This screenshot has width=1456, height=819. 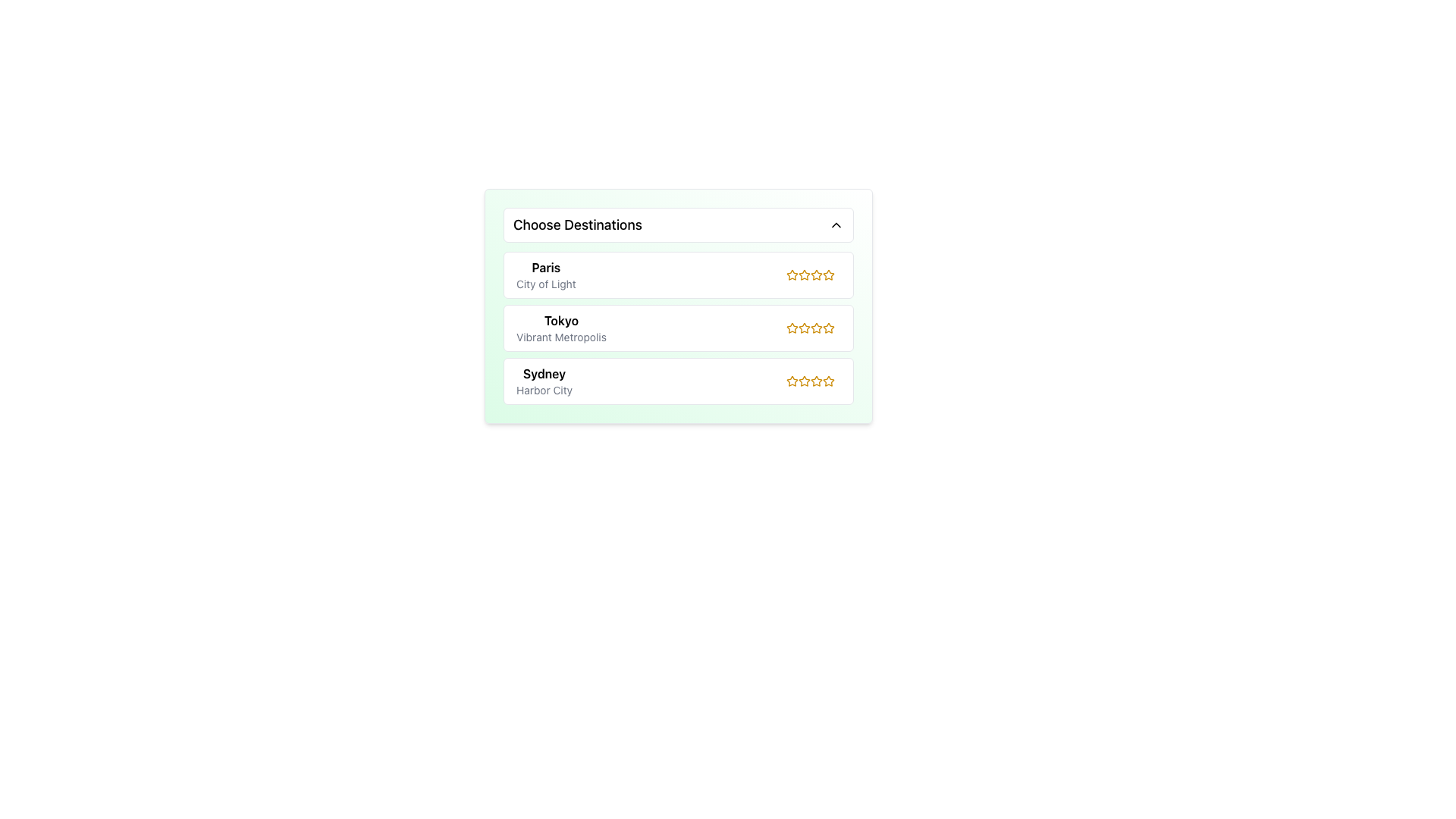 I want to click on the upward chevron icon located to the far right of the 'Choose Destinations' label, so click(x=836, y=225).